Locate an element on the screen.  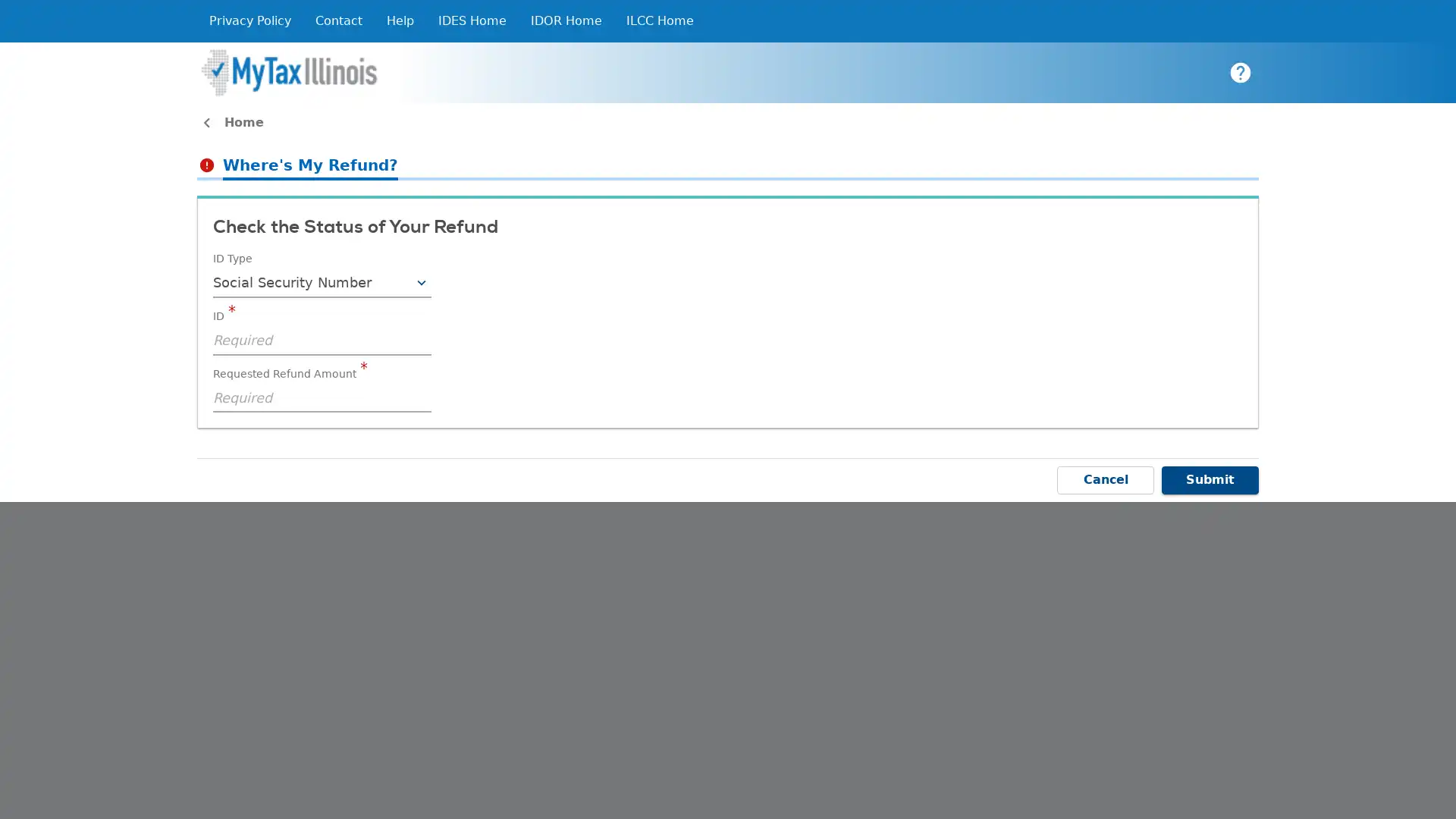
Submit is located at coordinates (1210, 479).